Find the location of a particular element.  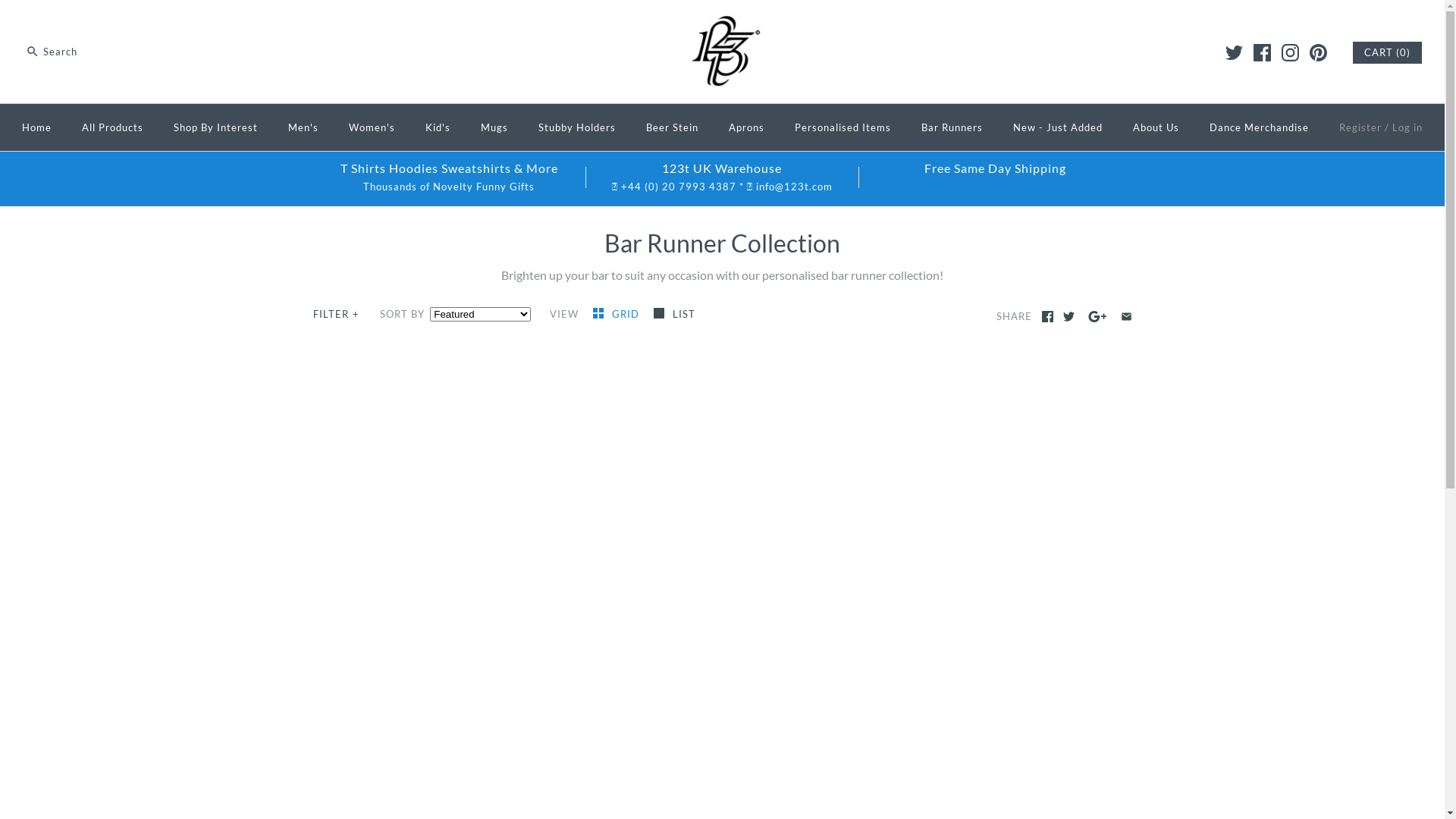

'About Us' is located at coordinates (1155, 127).